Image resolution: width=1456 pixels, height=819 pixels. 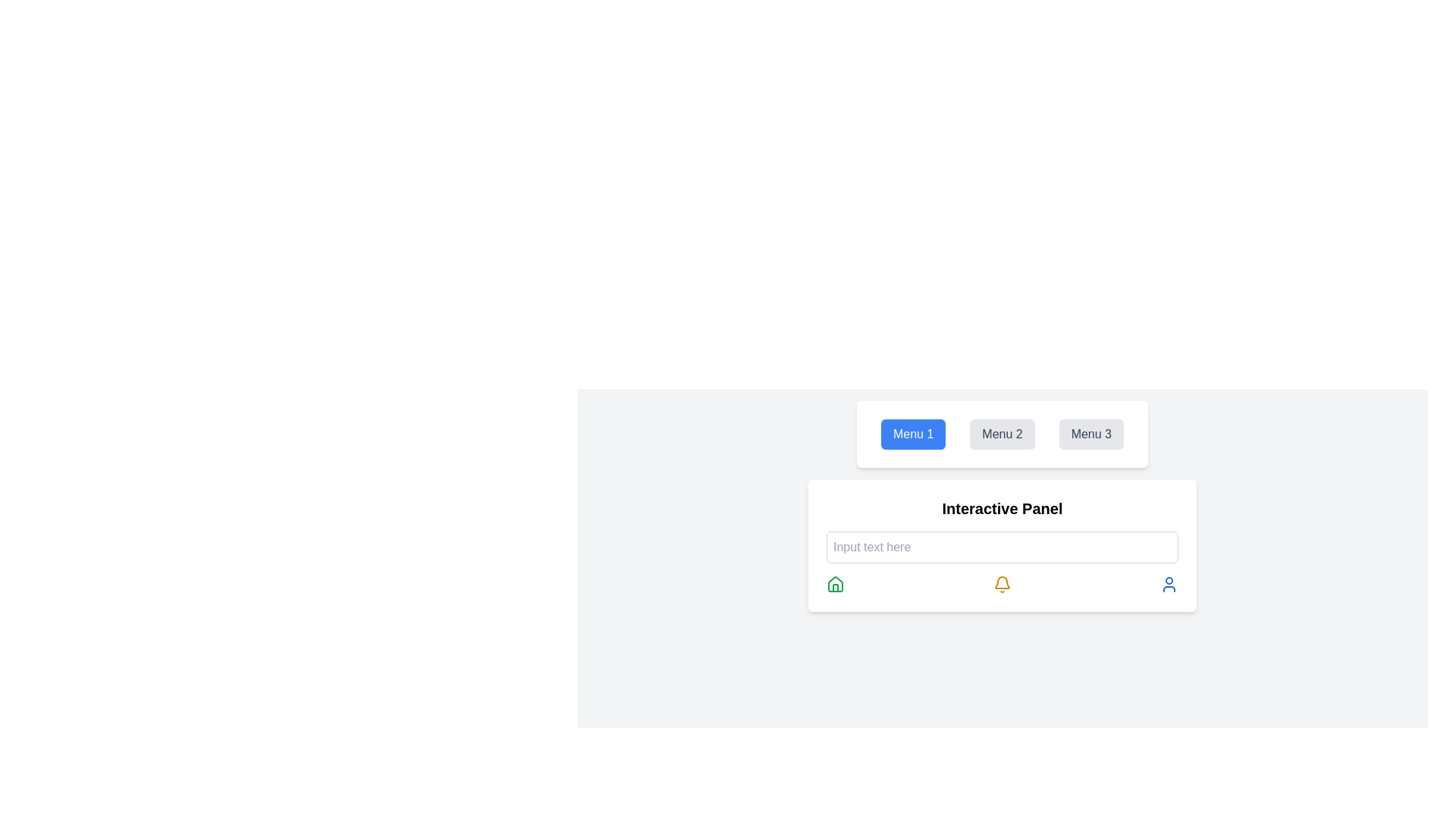 What do you see at coordinates (1002, 546) in the screenshot?
I see `any of the icons located within the 'Interactive Panel' which features a white background and a bold title at the top` at bounding box center [1002, 546].